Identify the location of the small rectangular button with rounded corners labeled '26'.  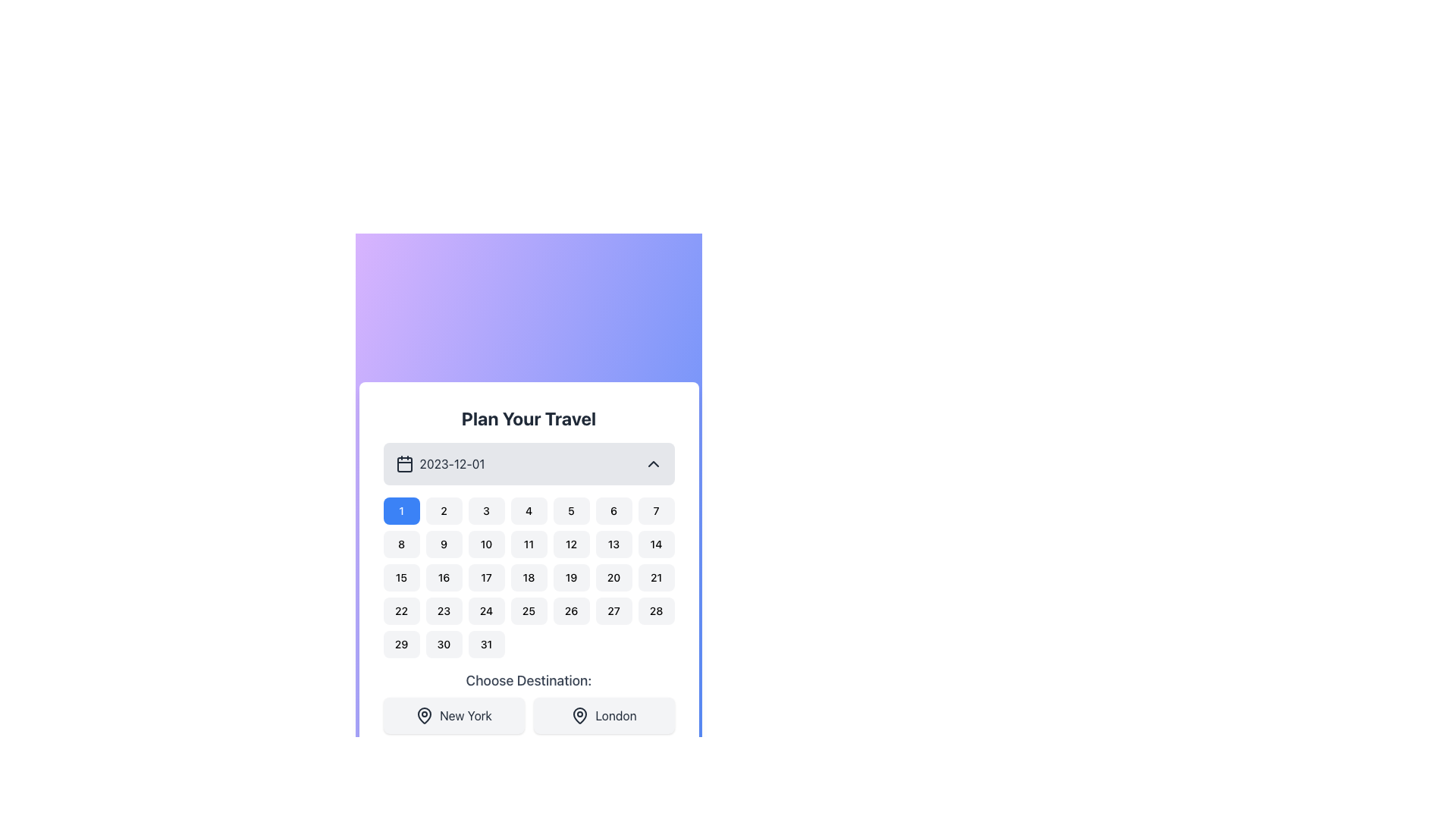
(570, 610).